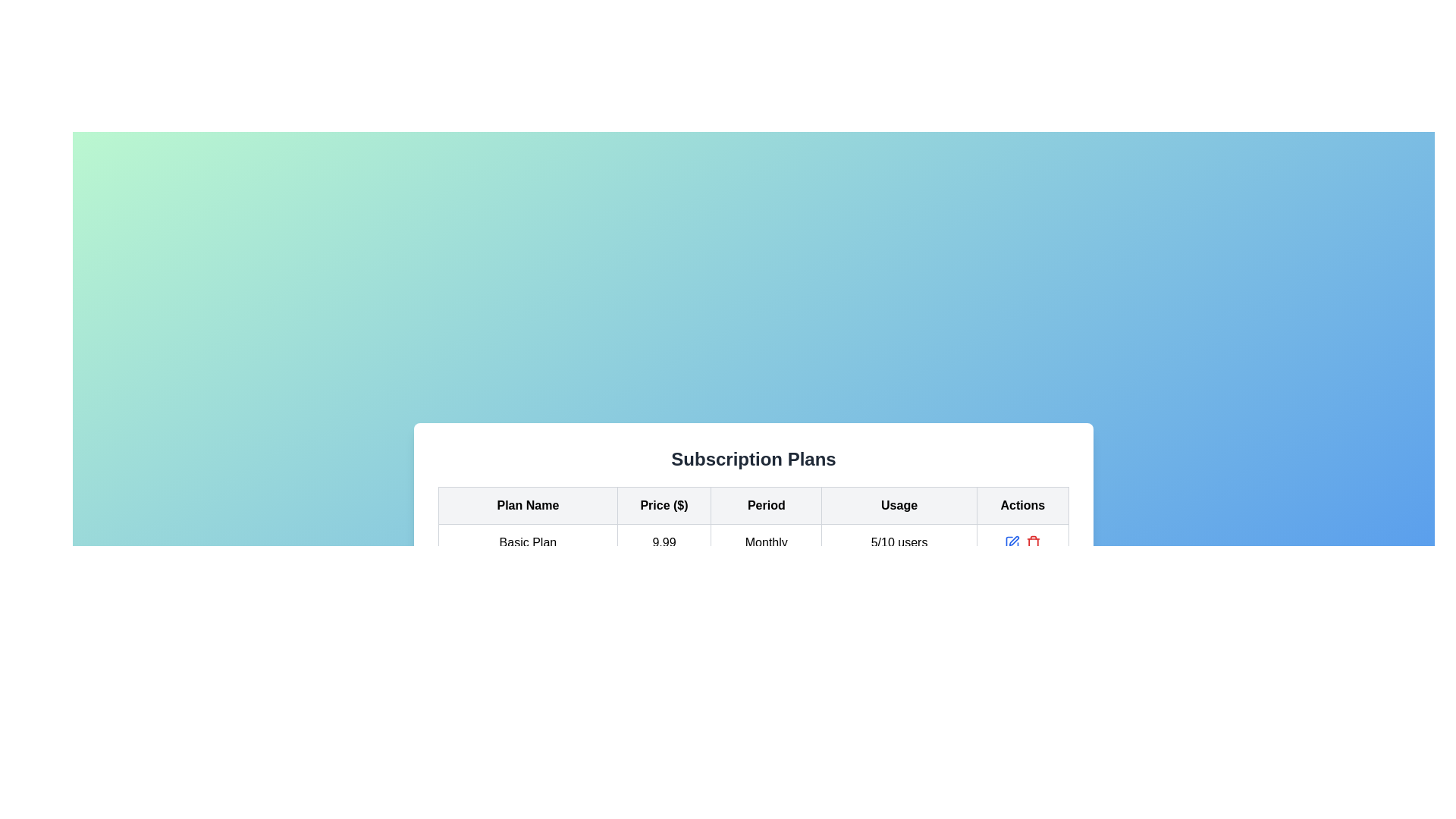  Describe the element at coordinates (753, 541) in the screenshot. I see `the first row of the pricing table that includes 'Basic Plan', '9.99', 'Monthly', and '5/10 users', which is centrally located under the 'Subscription Plans' section` at that location.